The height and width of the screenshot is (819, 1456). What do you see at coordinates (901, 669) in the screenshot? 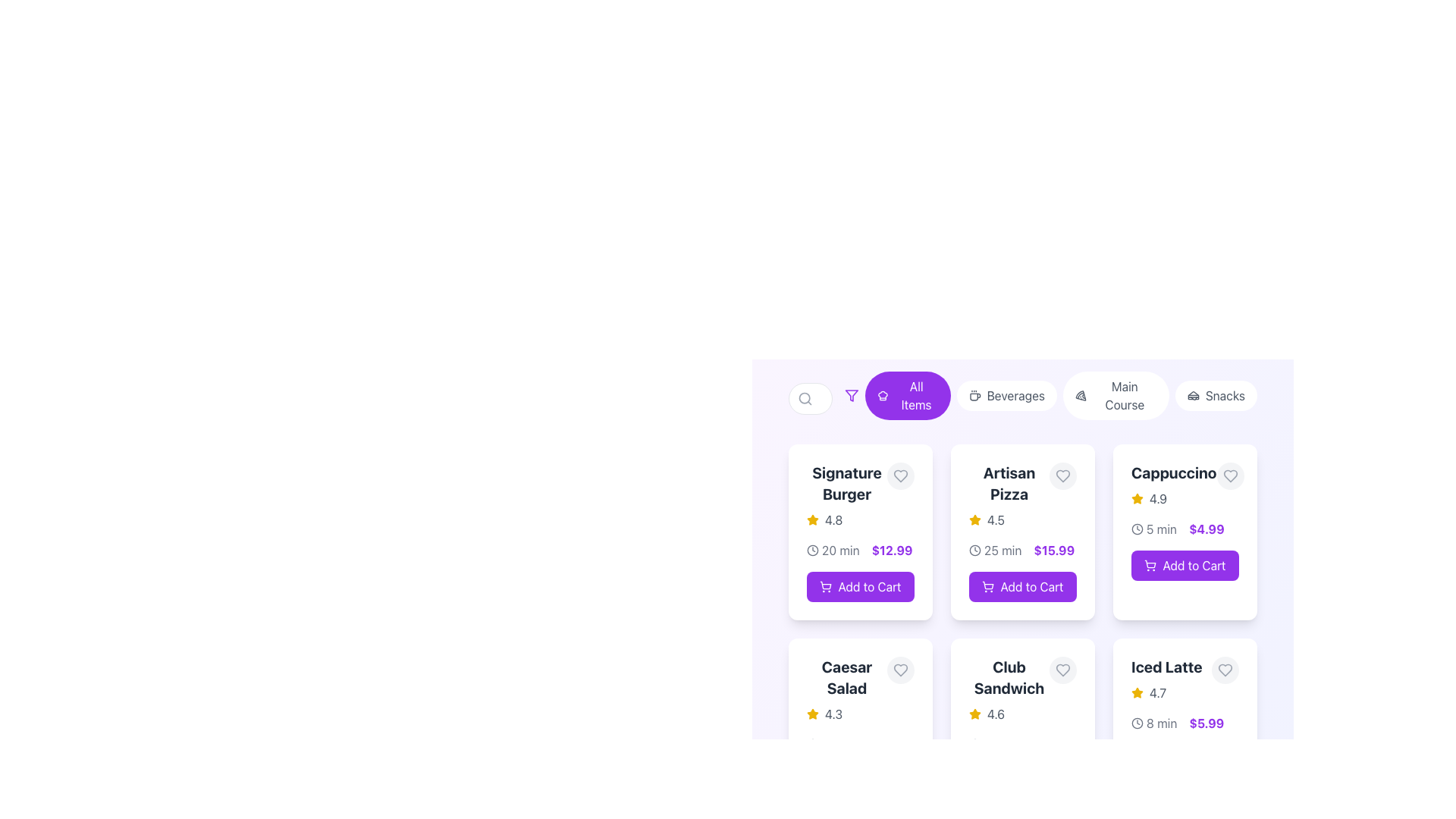
I see `the favorite button for the 'Caesar Salad' item located` at bounding box center [901, 669].